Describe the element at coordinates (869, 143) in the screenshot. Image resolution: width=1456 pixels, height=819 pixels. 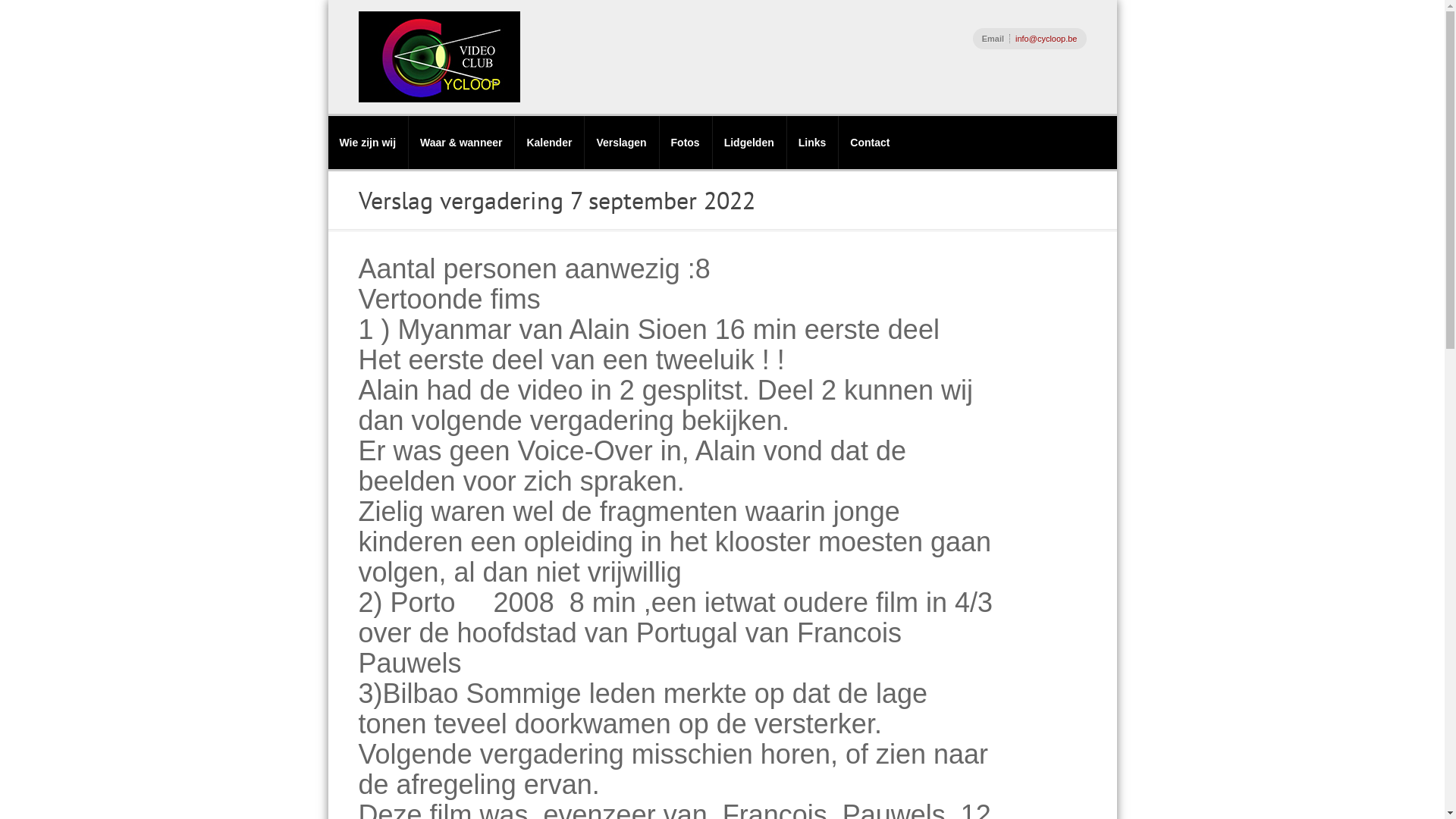
I see `'Contact'` at that location.